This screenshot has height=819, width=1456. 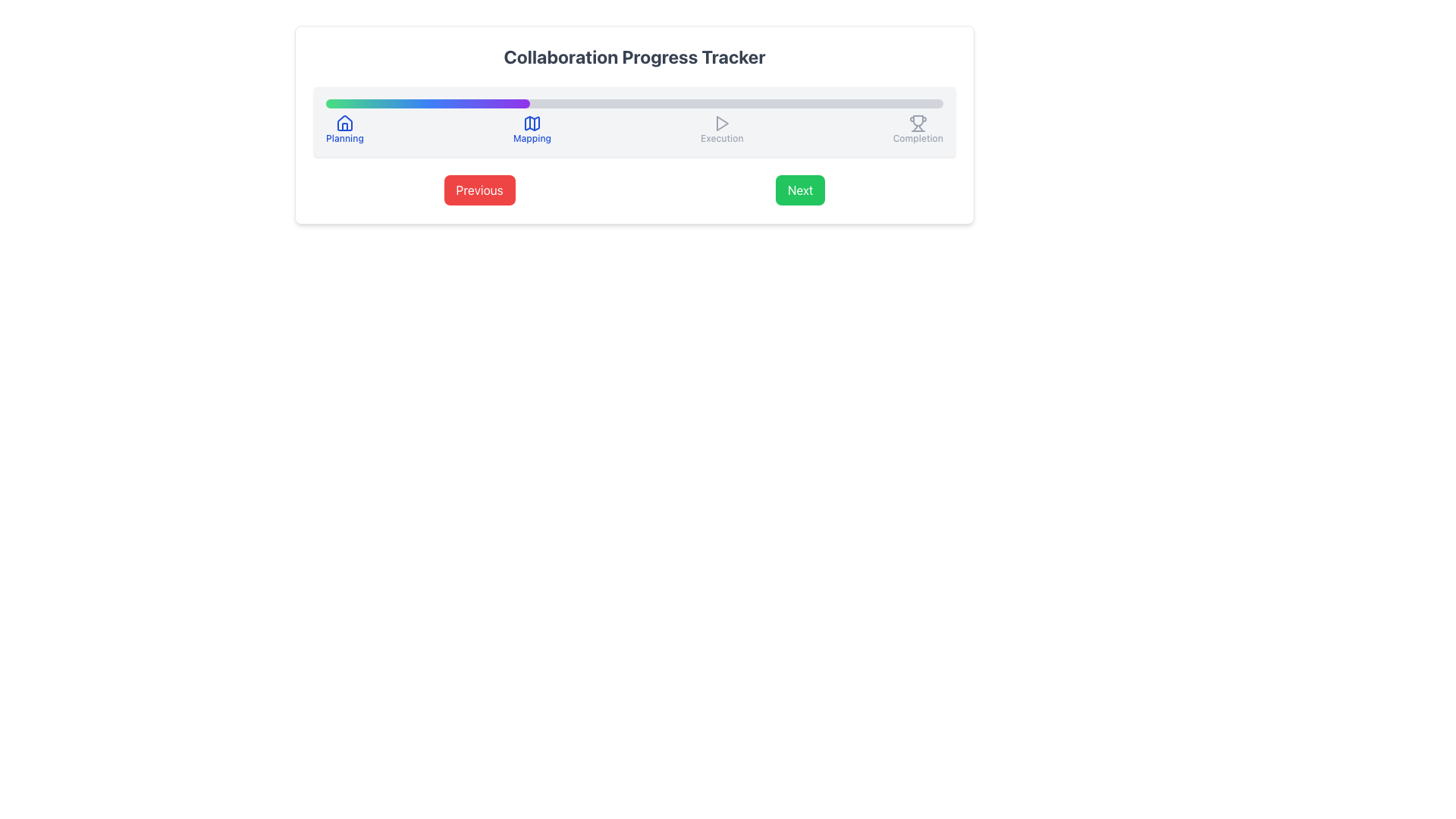 What do you see at coordinates (532, 138) in the screenshot?
I see `the text label reading 'Mapping', which is styled in blue and positioned centrally below the map icon in the progress tracker` at bounding box center [532, 138].